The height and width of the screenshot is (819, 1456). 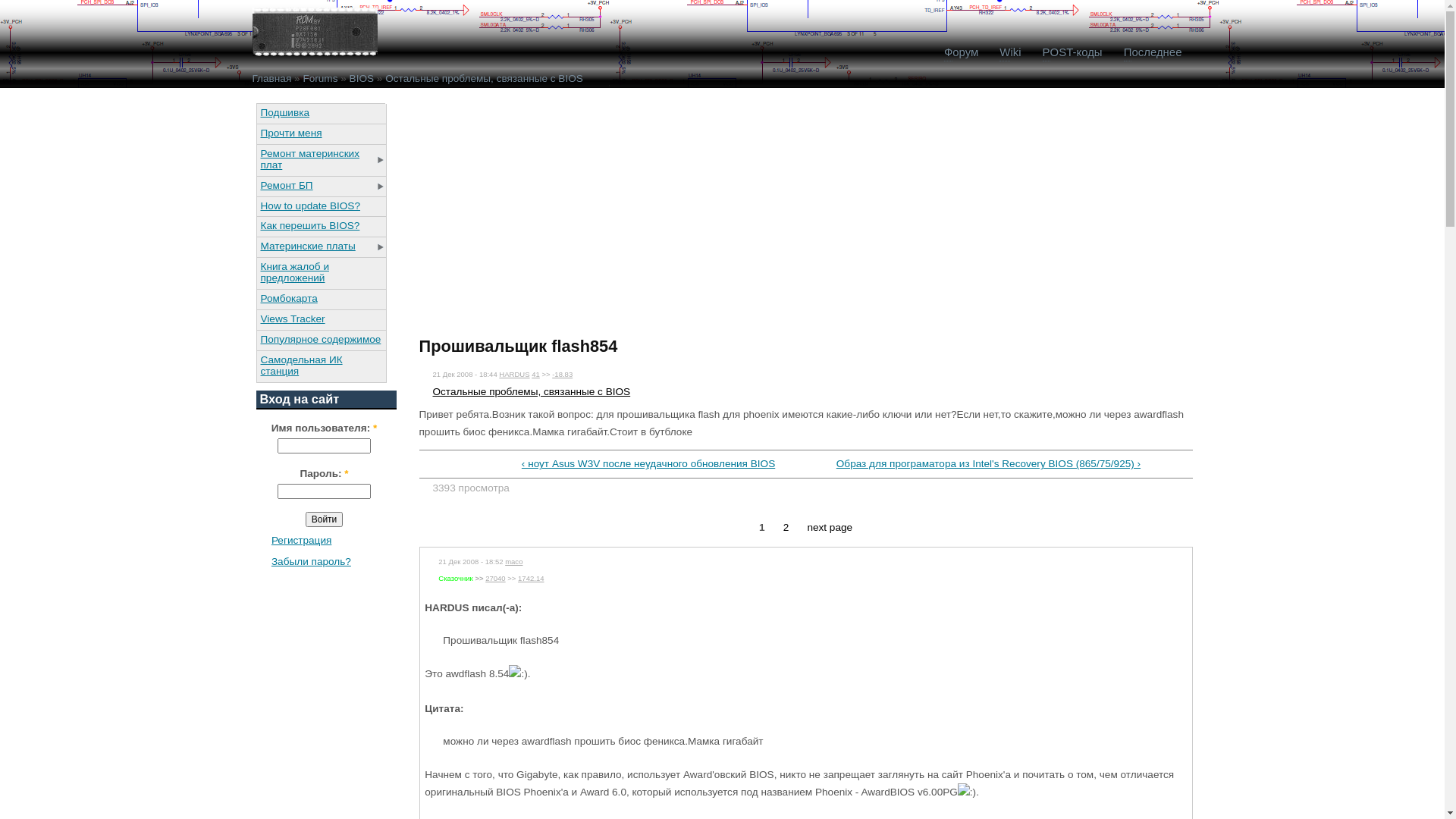 What do you see at coordinates (546, 209) in the screenshot?
I see `'Advertisement'` at bounding box center [546, 209].